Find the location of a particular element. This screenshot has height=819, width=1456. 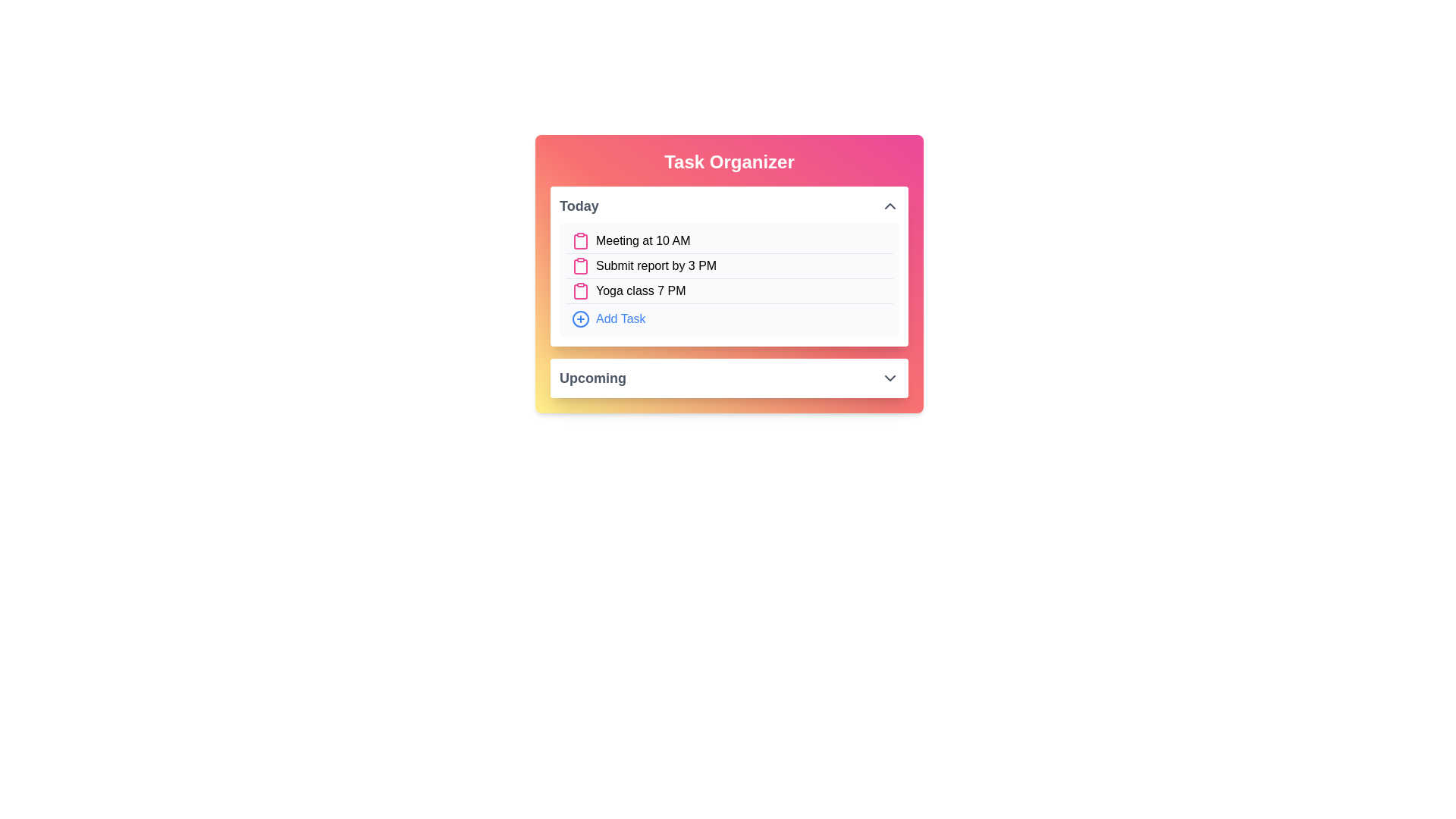

to select the scheduled task labeled 'Yoga class 7 PM', which is the third item in the vertical list under the 'Today' section of the task organizer is located at coordinates (729, 291).